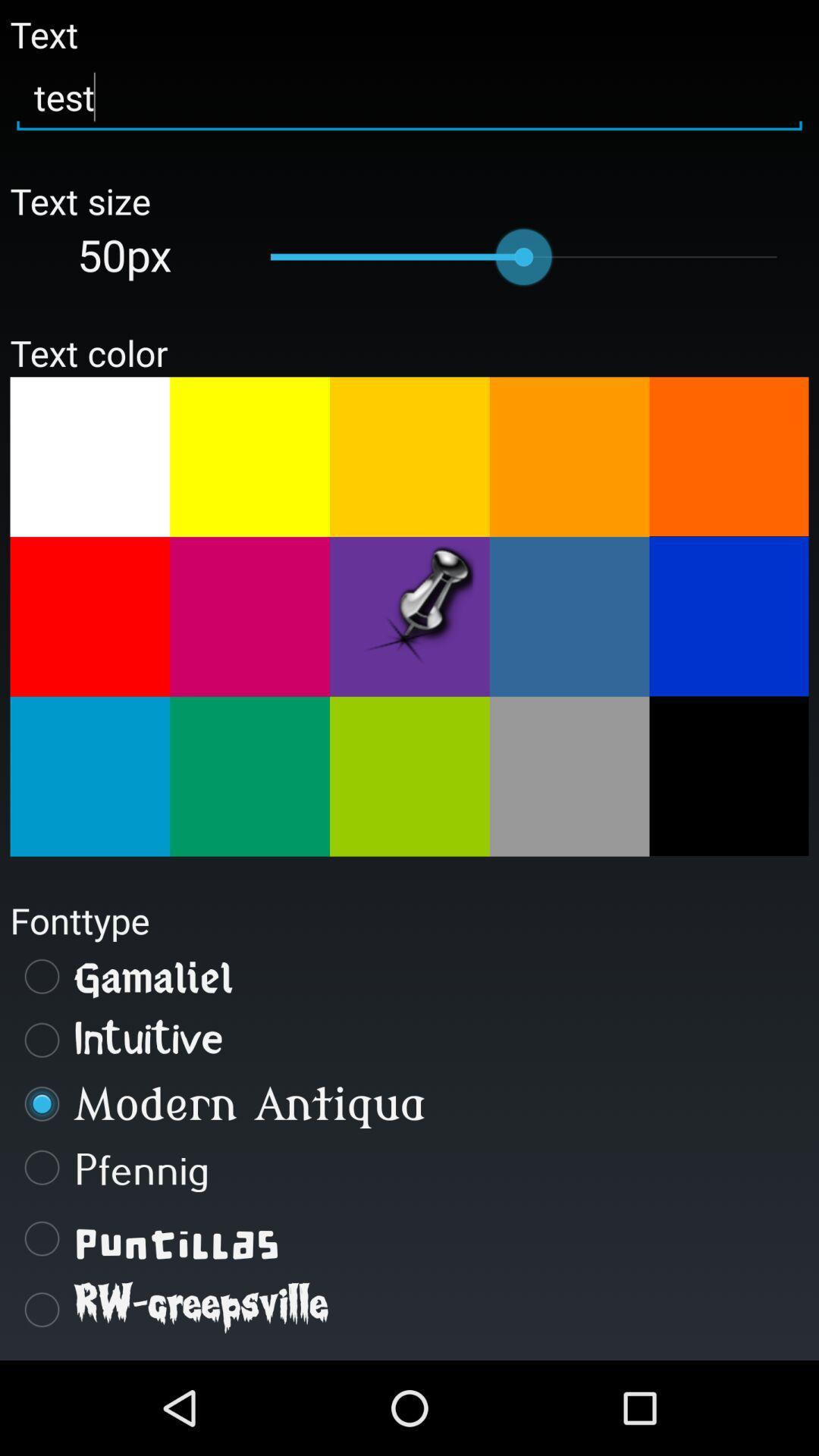 The image size is (819, 1456). I want to click on the text field which says test, so click(409, 97).